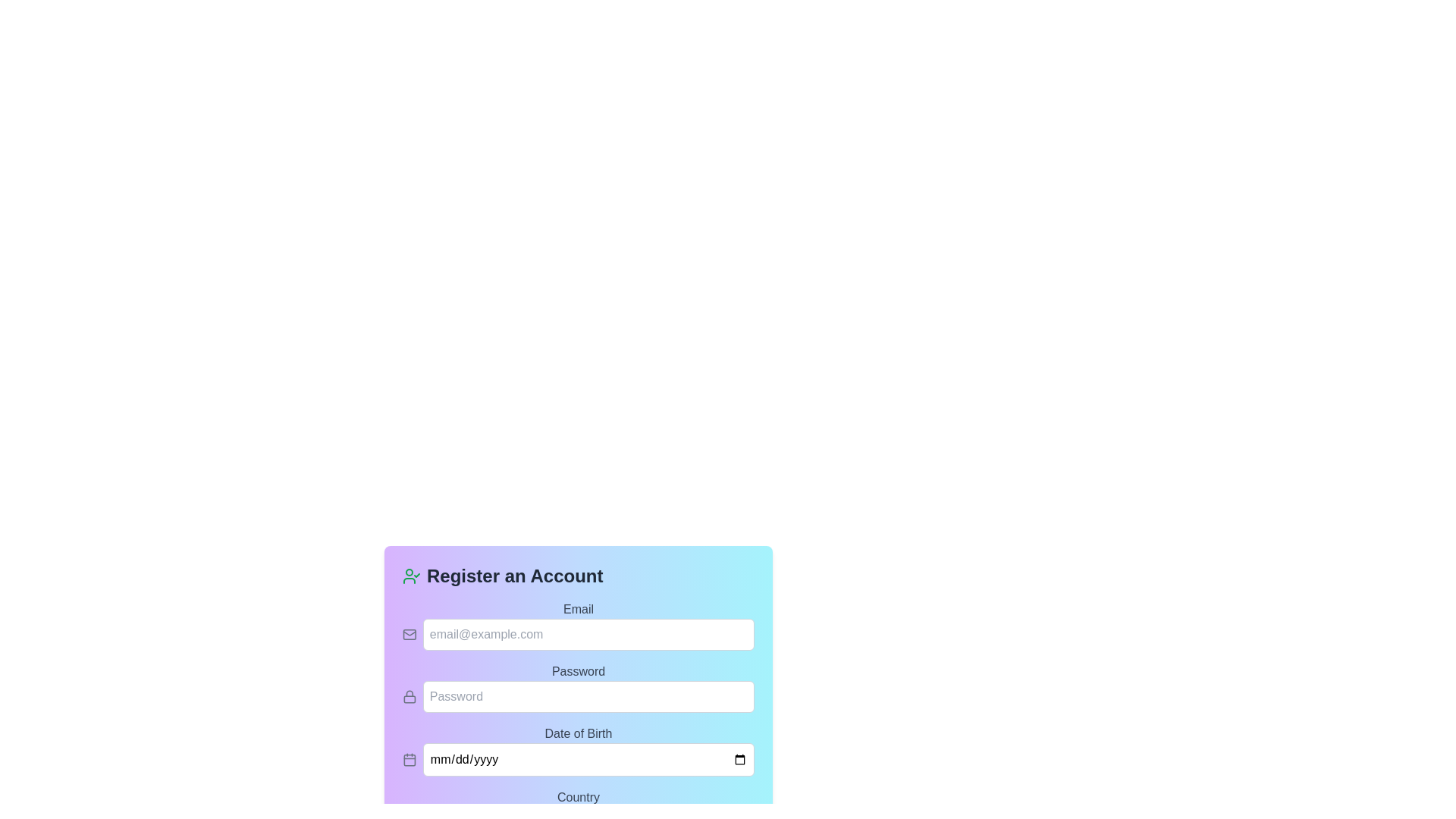 The width and height of the screenshot is (1456, 819). I want to click on the email input icon that indicates the expected input type for an email address, located to the left of the email address input field, so click(409, 635).